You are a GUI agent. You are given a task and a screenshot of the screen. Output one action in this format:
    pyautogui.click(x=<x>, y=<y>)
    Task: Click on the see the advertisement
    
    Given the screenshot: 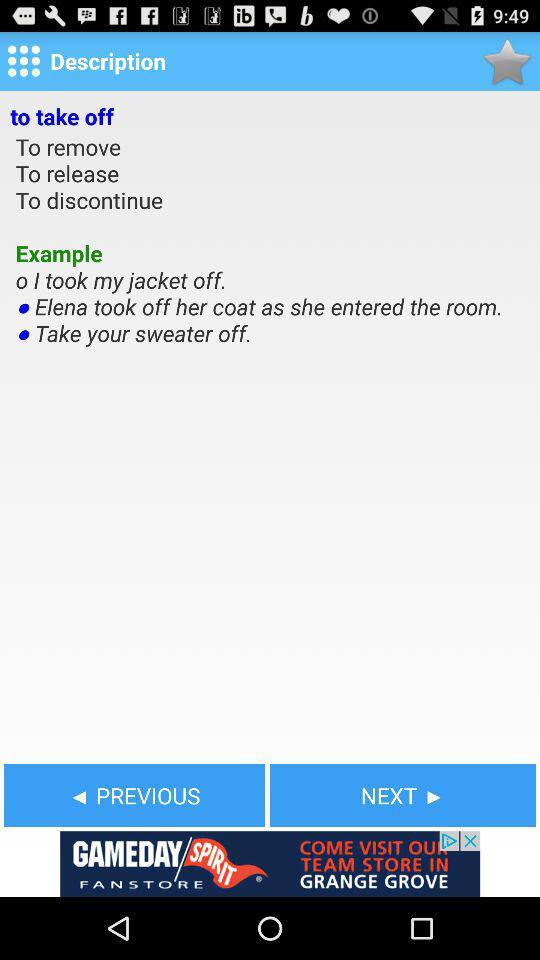 What is the action you would take?
    pyautogui.click(x=270, y=863)
    